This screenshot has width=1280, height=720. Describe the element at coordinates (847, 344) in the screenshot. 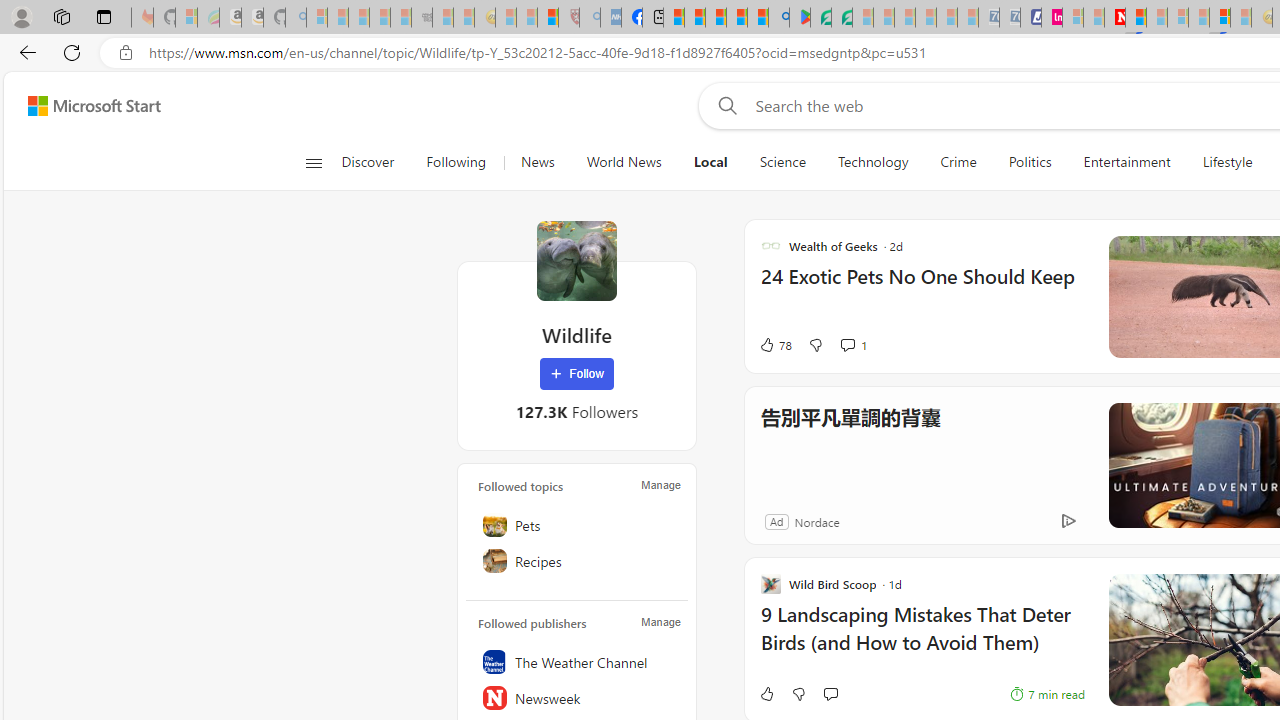

I see `'View comments 1 Comment'` at that location.